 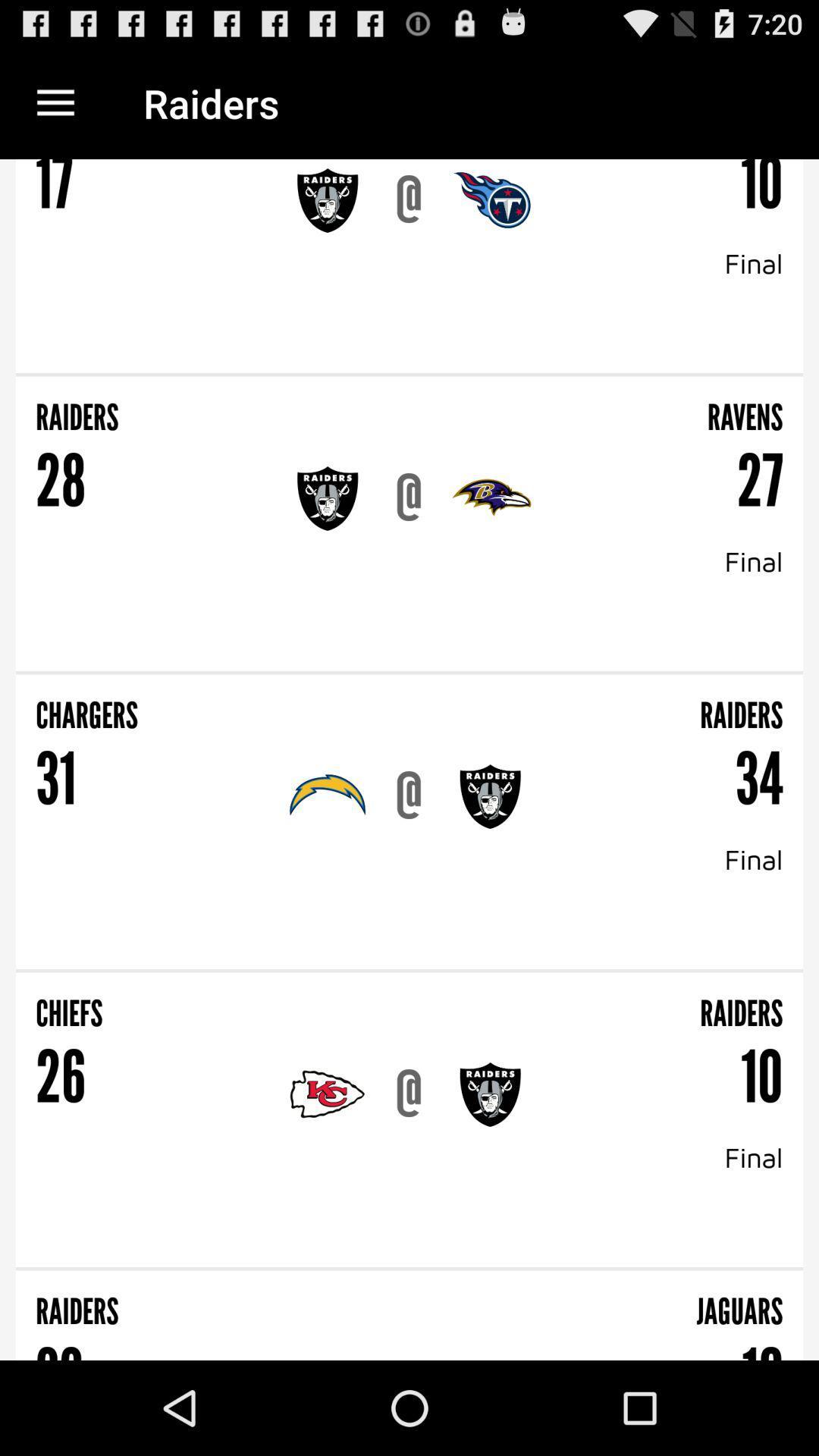 I want to click on the icon to the left of the raiders item, so click(x=55, y=102).